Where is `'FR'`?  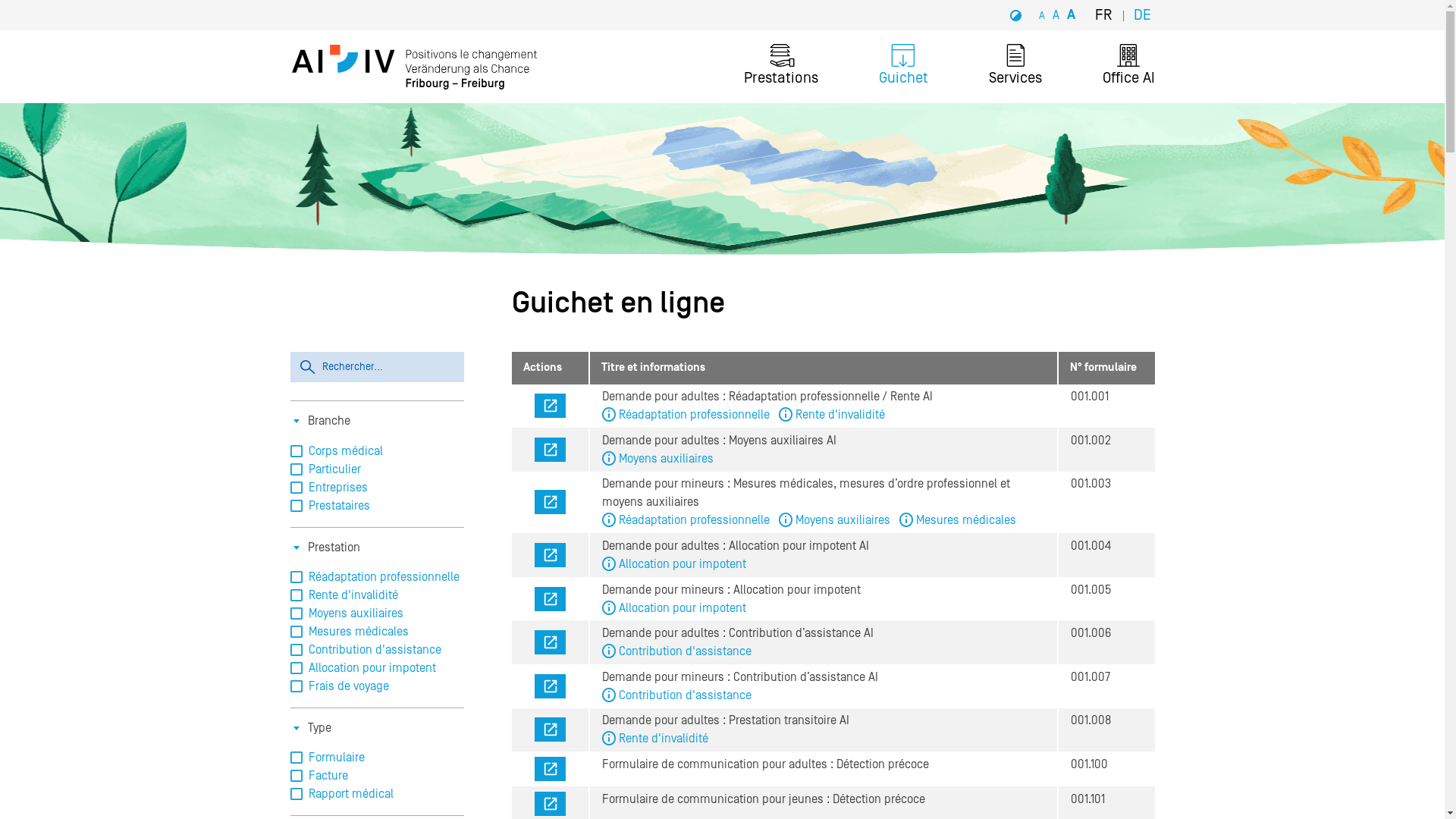
'FR' is located at coordinates (1109, 14).